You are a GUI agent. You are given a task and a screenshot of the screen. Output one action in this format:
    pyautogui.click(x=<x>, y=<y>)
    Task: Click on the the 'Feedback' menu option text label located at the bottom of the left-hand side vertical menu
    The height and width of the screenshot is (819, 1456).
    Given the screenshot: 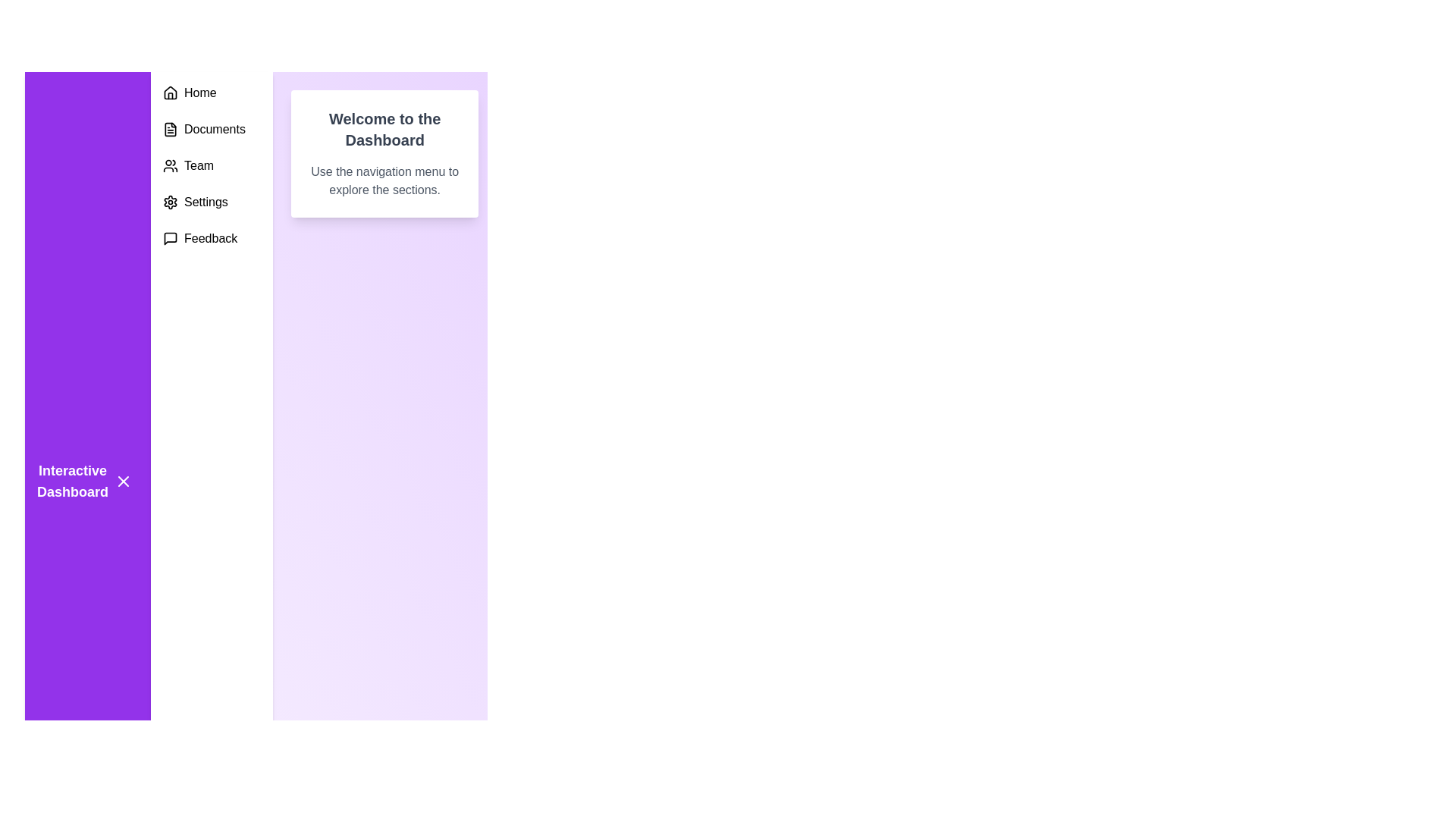 What is the action you would take?
    pyautogui.click(x=210, y=239)
    